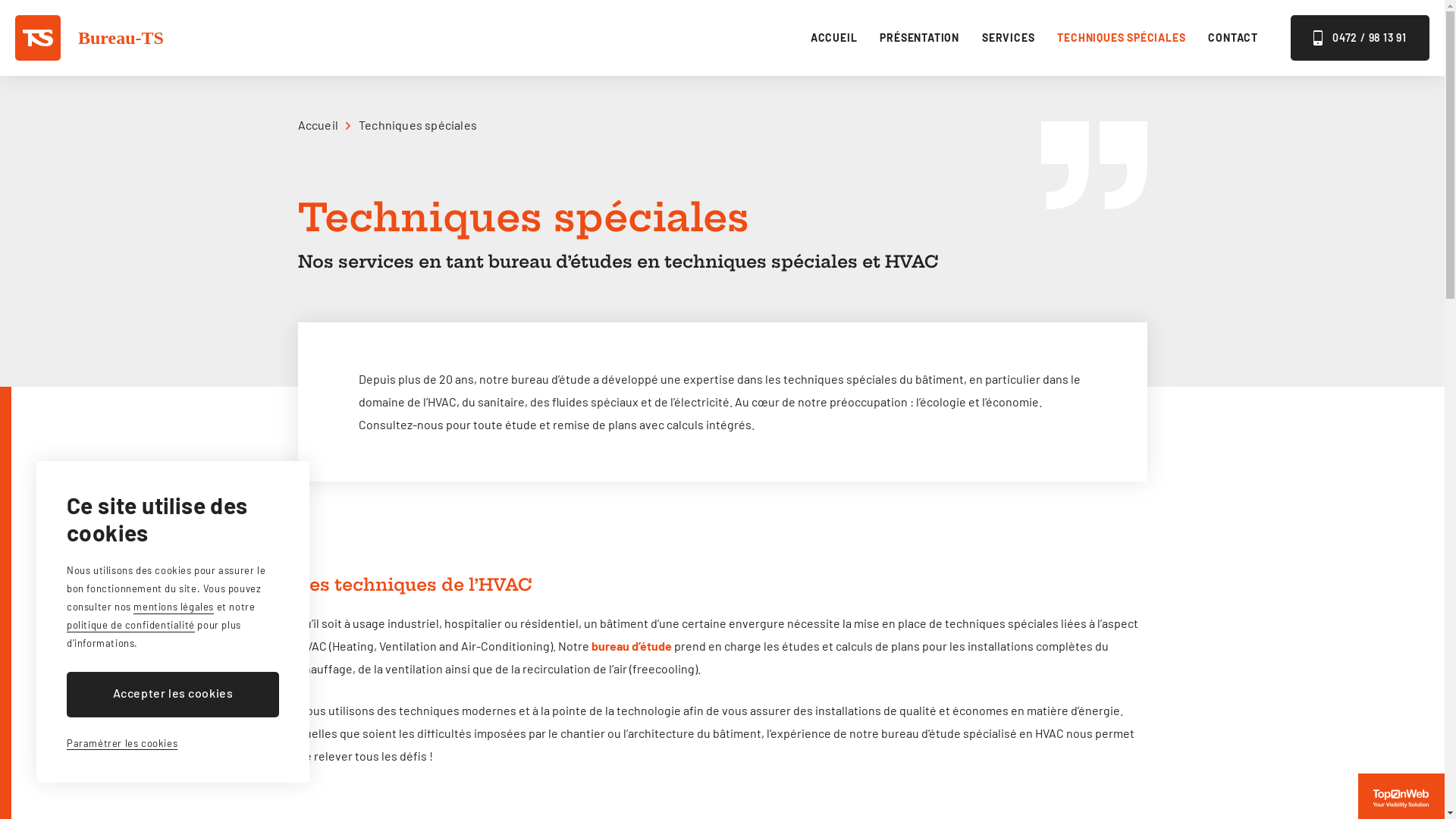 The width and height of the screenshot is (1456, 819). I want to click on 'CONTACT', so click(1207, 37).